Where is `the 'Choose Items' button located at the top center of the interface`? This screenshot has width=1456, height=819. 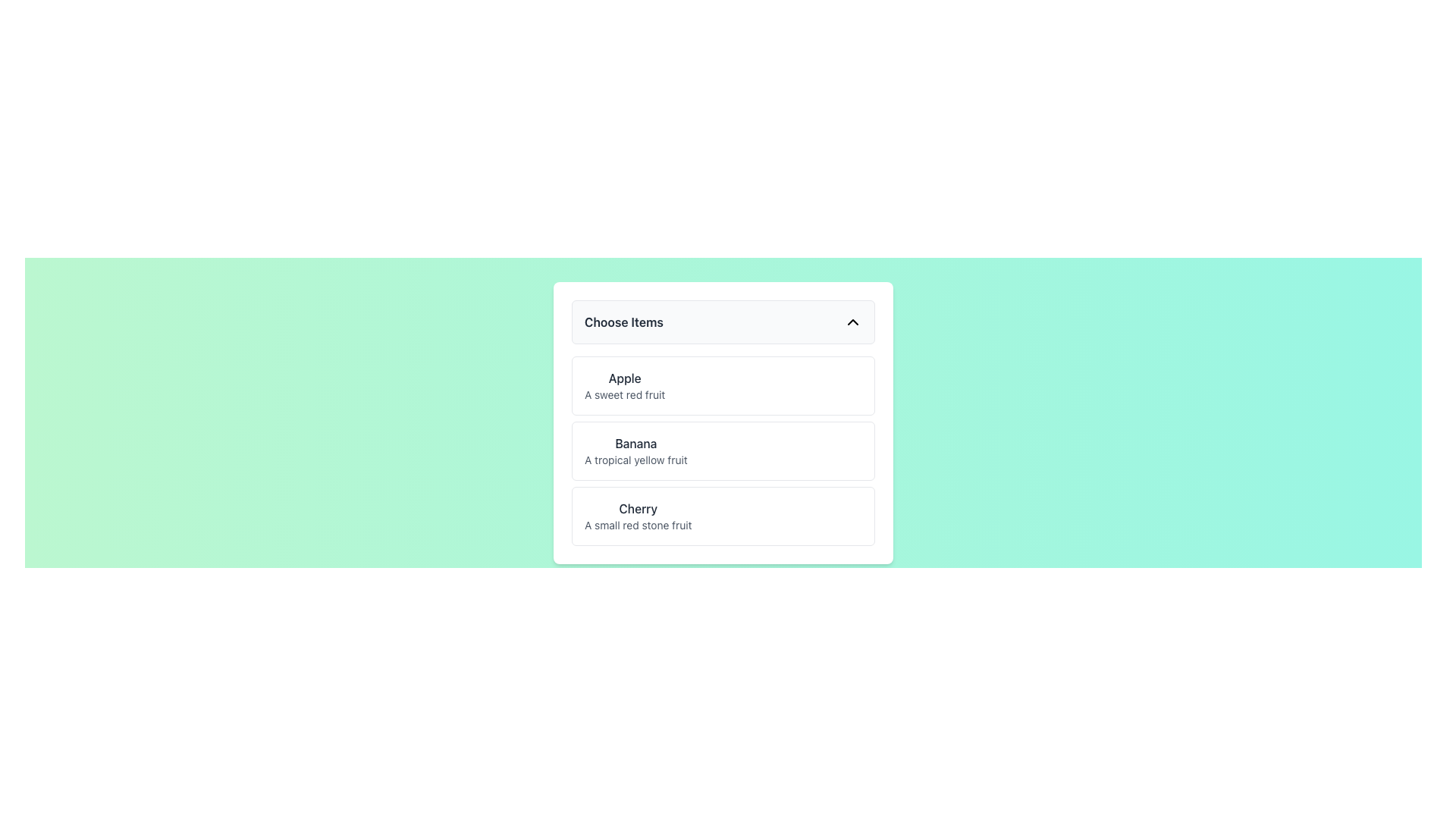
the 'Choose Items' button located at the top center of the interface is located at coordinates (723, 321).